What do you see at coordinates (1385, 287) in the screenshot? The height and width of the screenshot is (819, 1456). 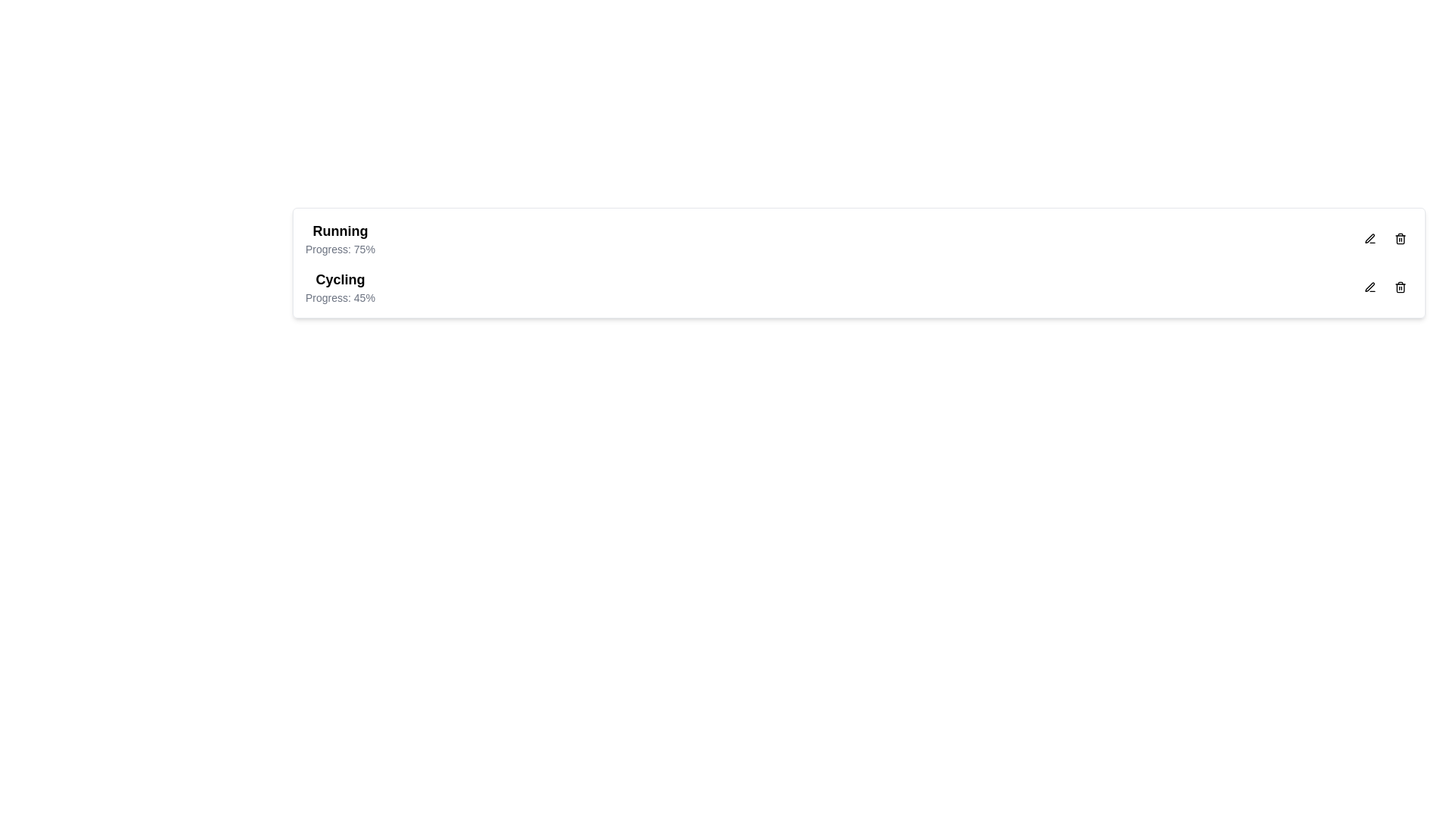 I see `the edit and delete icons located at the far right of the row showing 'Cycling' and 'Progress: 45%'` at bounding box center [1385, 287].